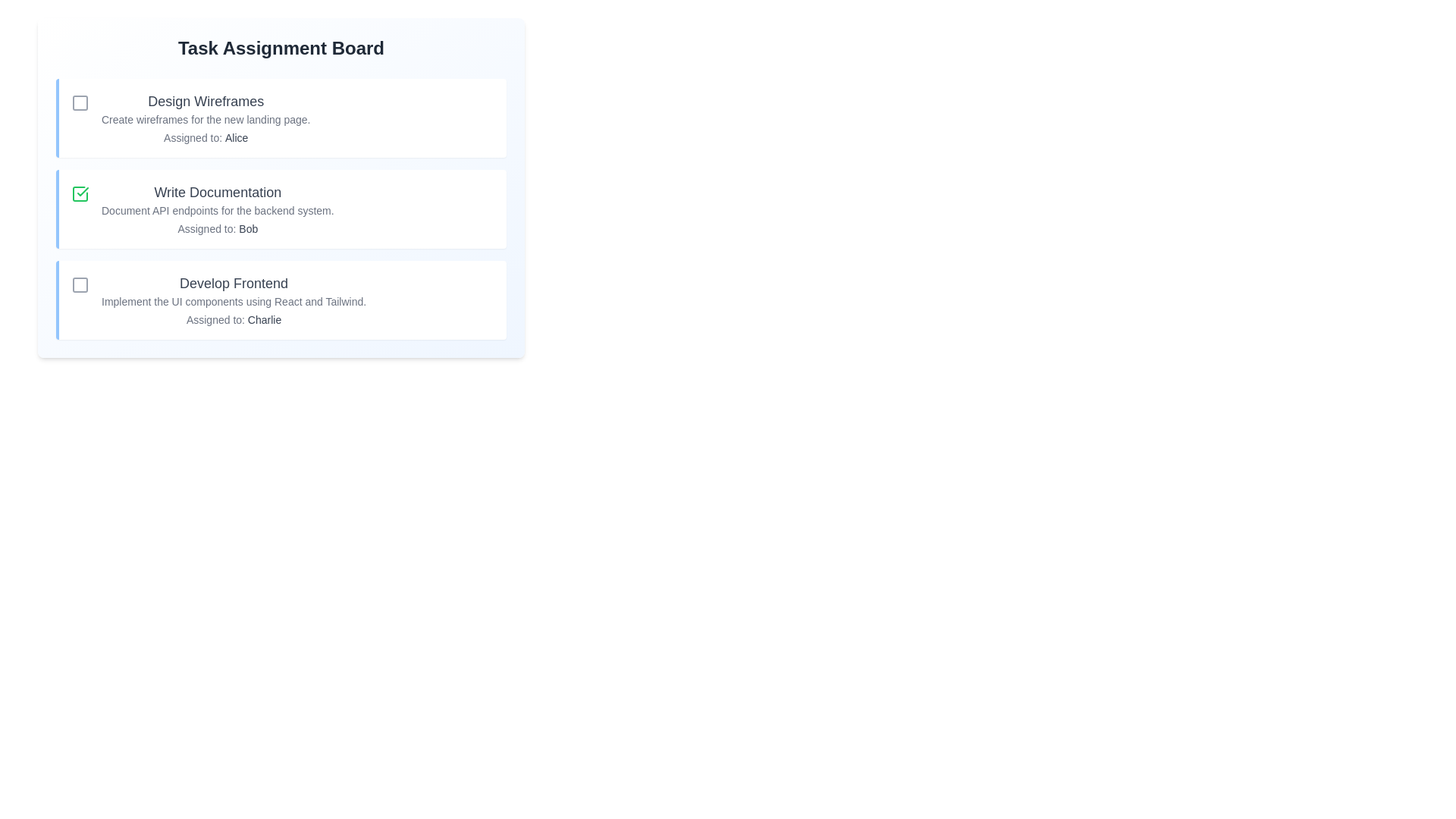  Describe the element at coordinates (79, 284) in the screenshot. I see `the small square with rounded corners inside the red-bordered checkbox in the 'Develop Frontend' row, which is the third task in the list` at that location.